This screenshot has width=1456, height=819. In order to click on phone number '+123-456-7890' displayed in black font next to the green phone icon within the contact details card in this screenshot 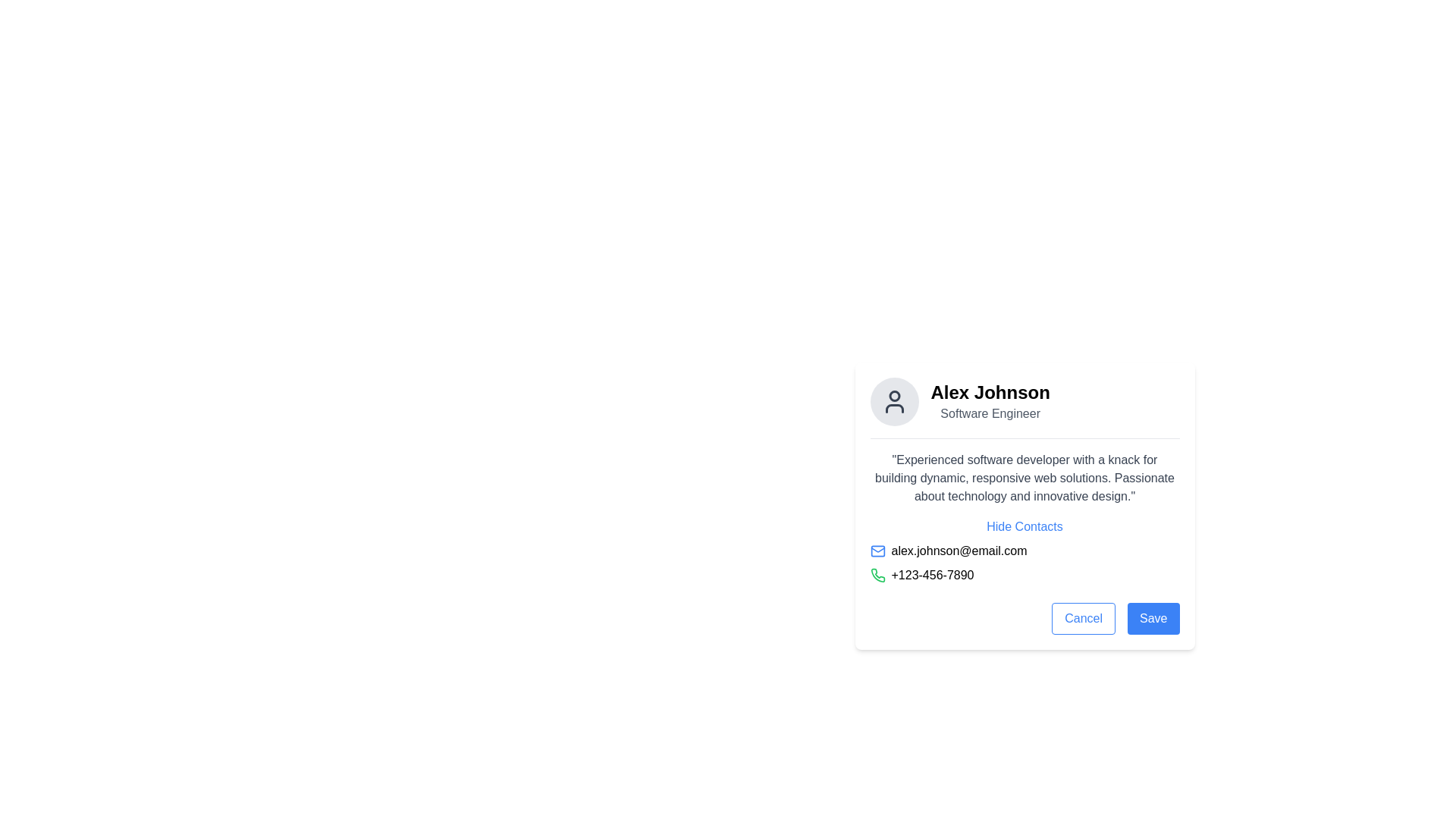, I will do `click(931, 576)`.